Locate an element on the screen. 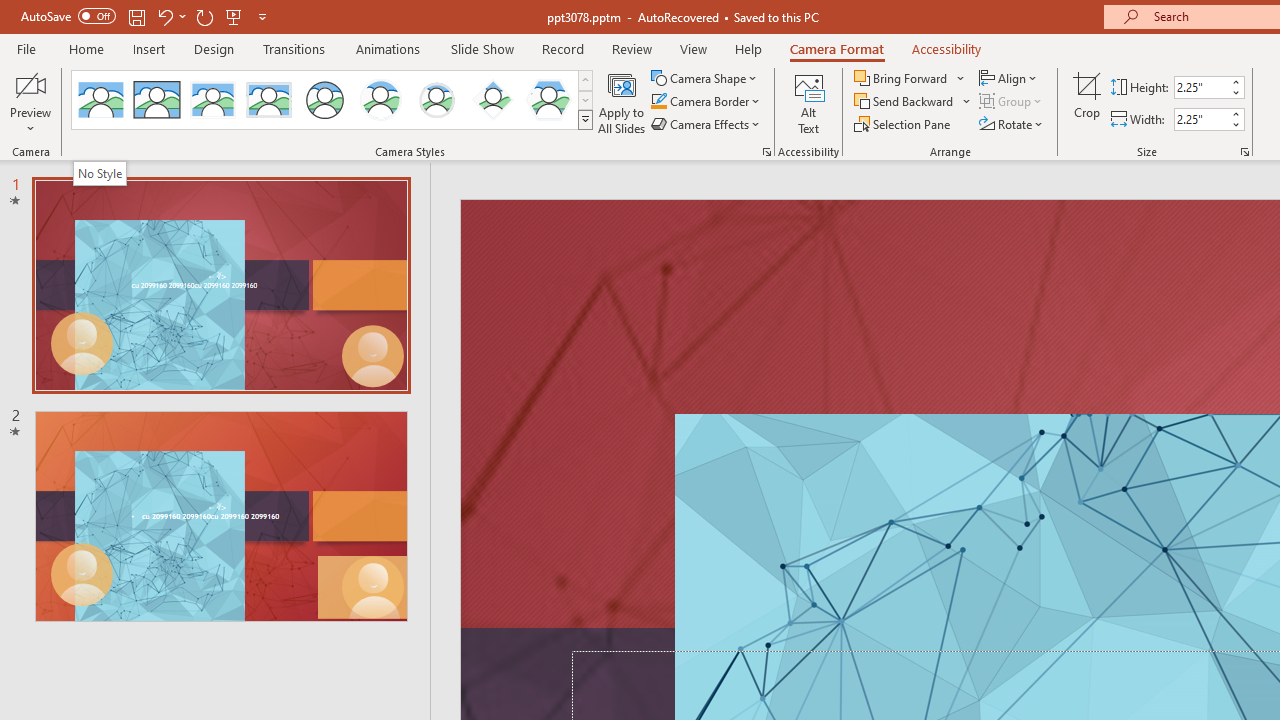 Image resolution: width=1280 pixels, height=720 pixels. 'No Style' is located at coordinates (98, 172).